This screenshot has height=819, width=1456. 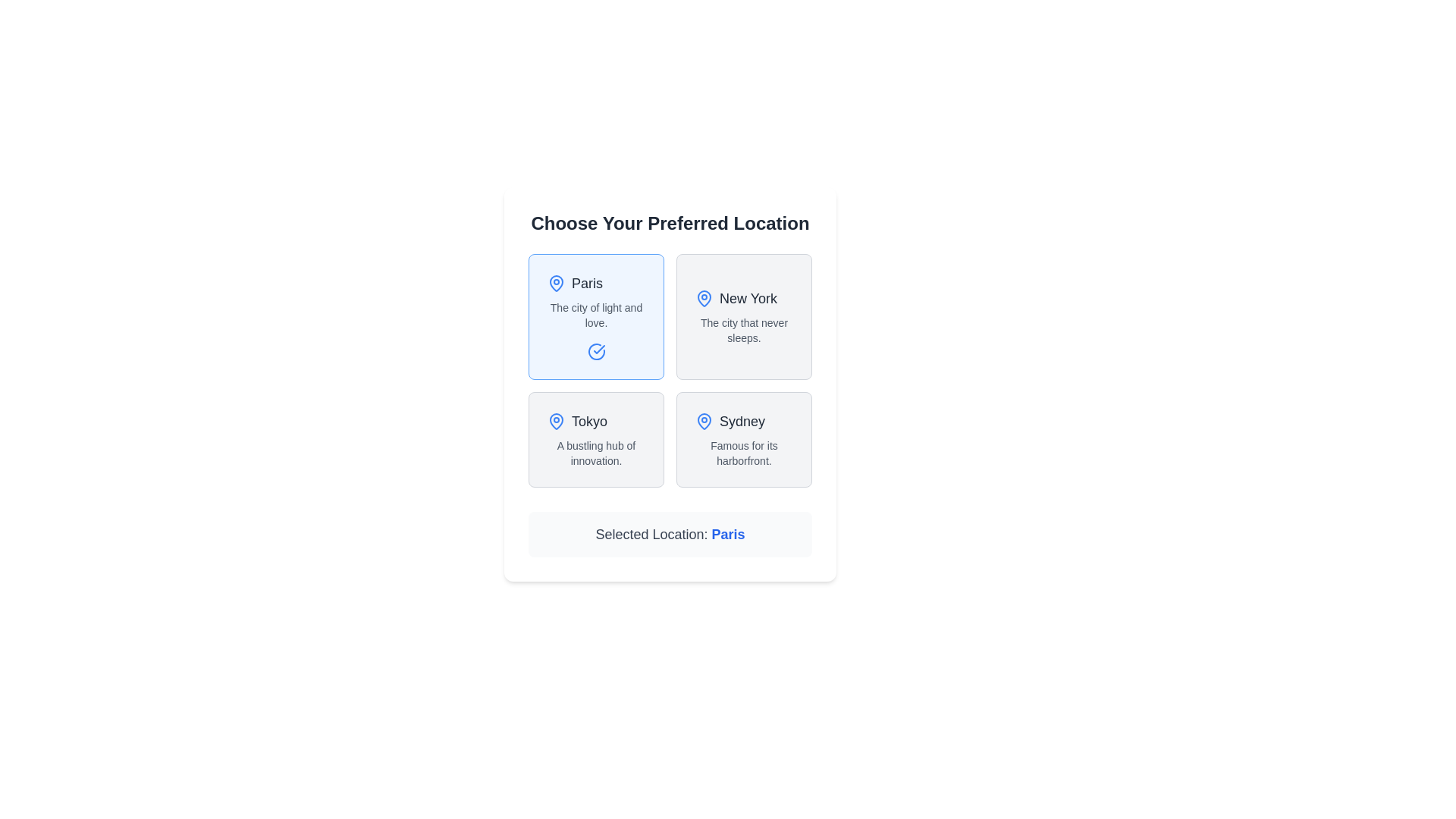 I want to click on text description element located below the title 'Tokyo' in the selection card for the Tokyo location, so click(x=595, y=452).